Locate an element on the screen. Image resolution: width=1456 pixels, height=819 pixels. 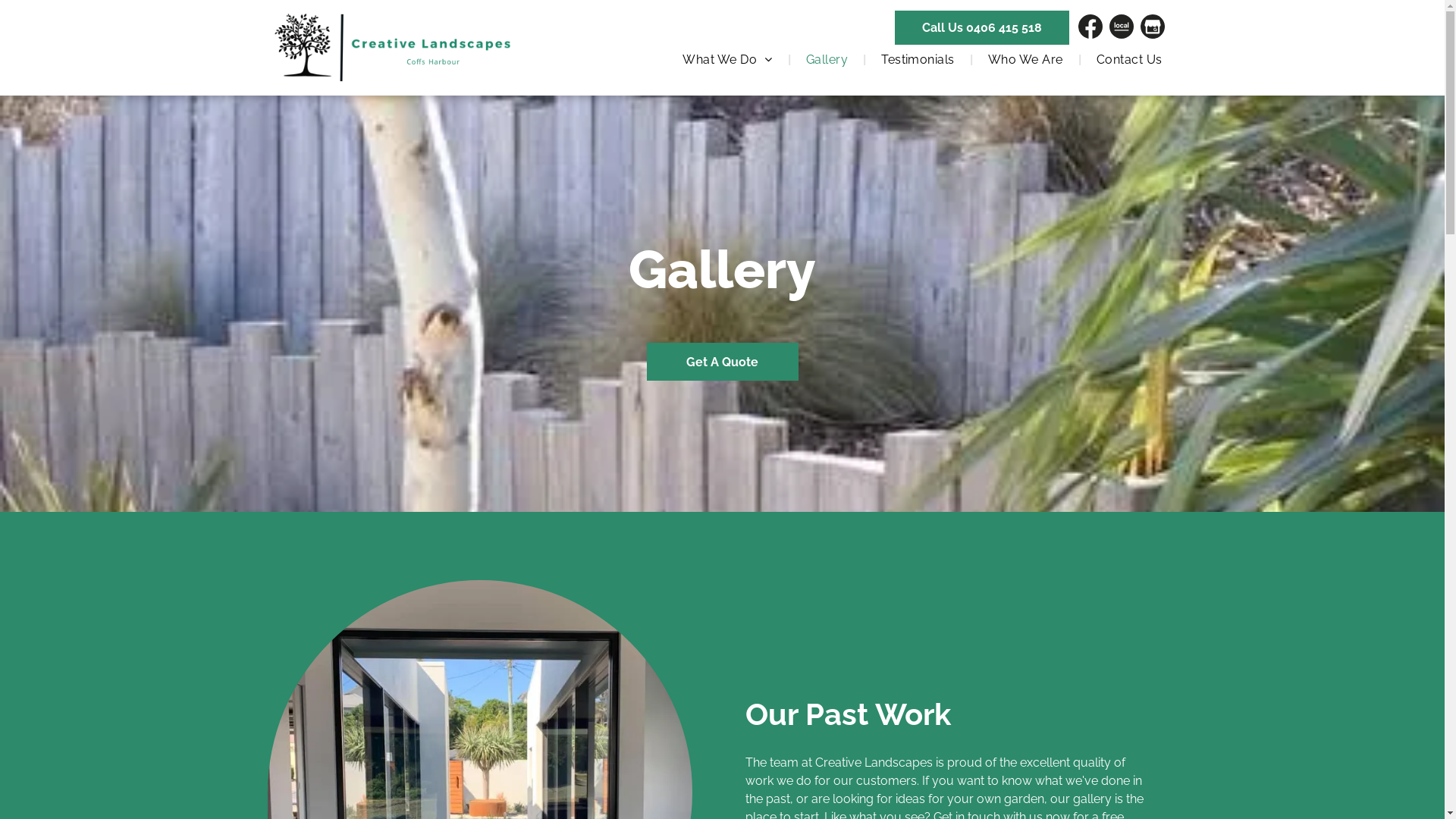
'www.localsearch.com.au' is located at coordinates (1109, 26).